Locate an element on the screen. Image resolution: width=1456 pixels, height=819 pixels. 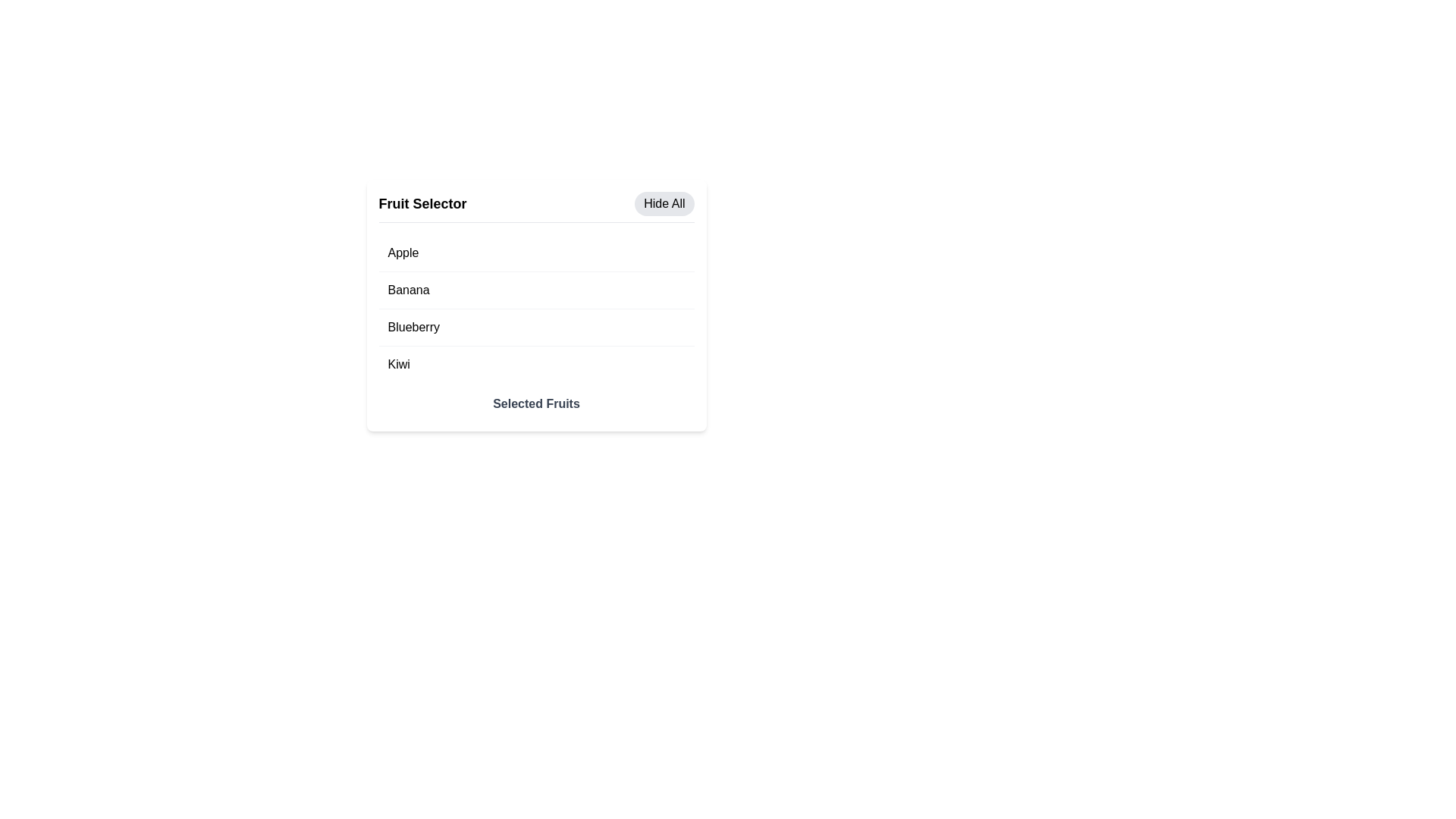
the bolded static text label displaying 'Selected Fruits' in dark gray color, located at the bottom of a card is located at coordinates (536, 406).